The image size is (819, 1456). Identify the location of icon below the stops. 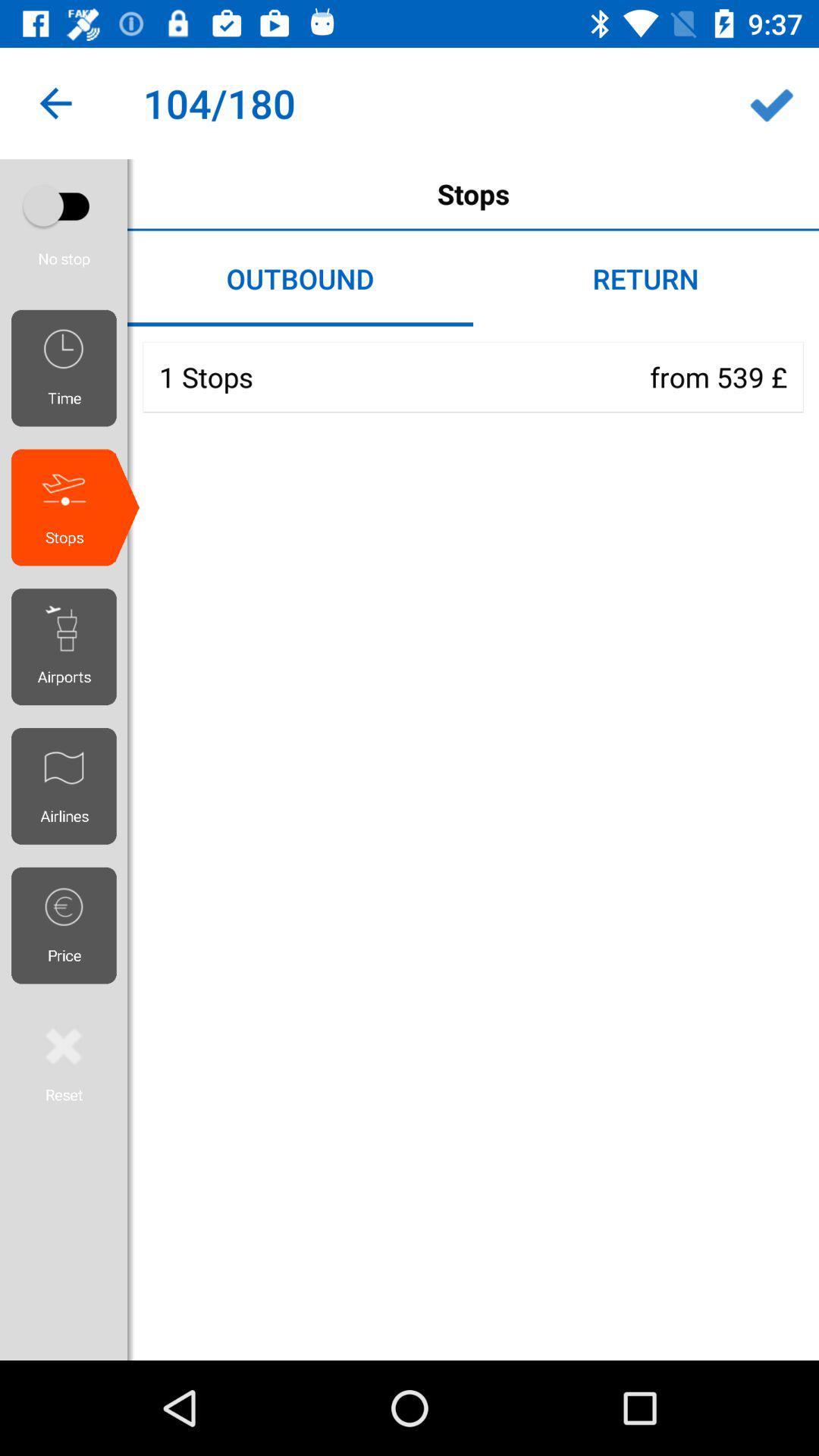
(69, 647).